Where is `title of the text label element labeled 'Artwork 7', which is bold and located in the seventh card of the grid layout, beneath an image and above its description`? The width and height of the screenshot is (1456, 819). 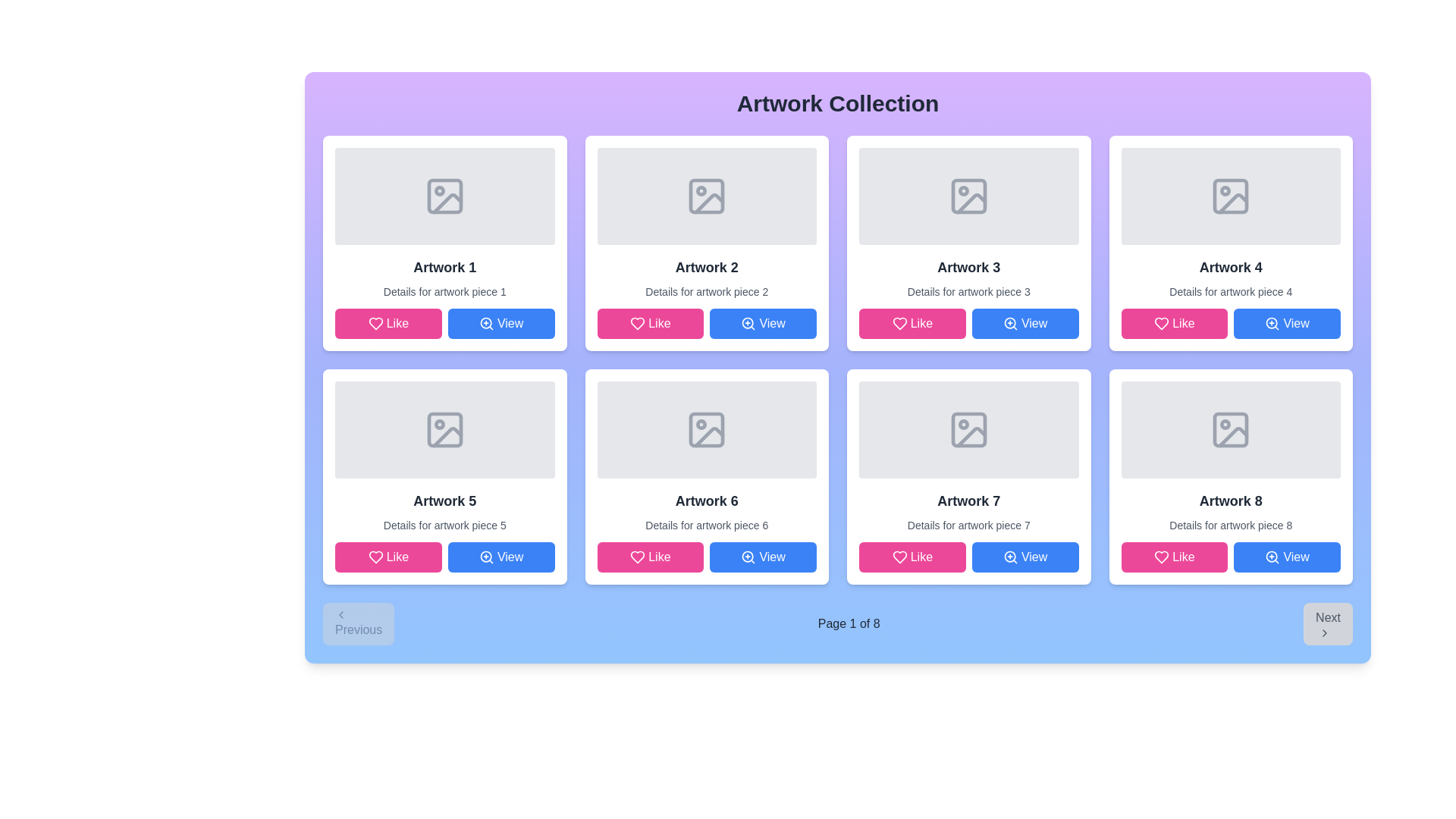 title of the text label element labeled 'Artwork 7', which is bold and located in the seventh card of the grid layout, beneath an image and above its description is located at coordinates (968, 500).